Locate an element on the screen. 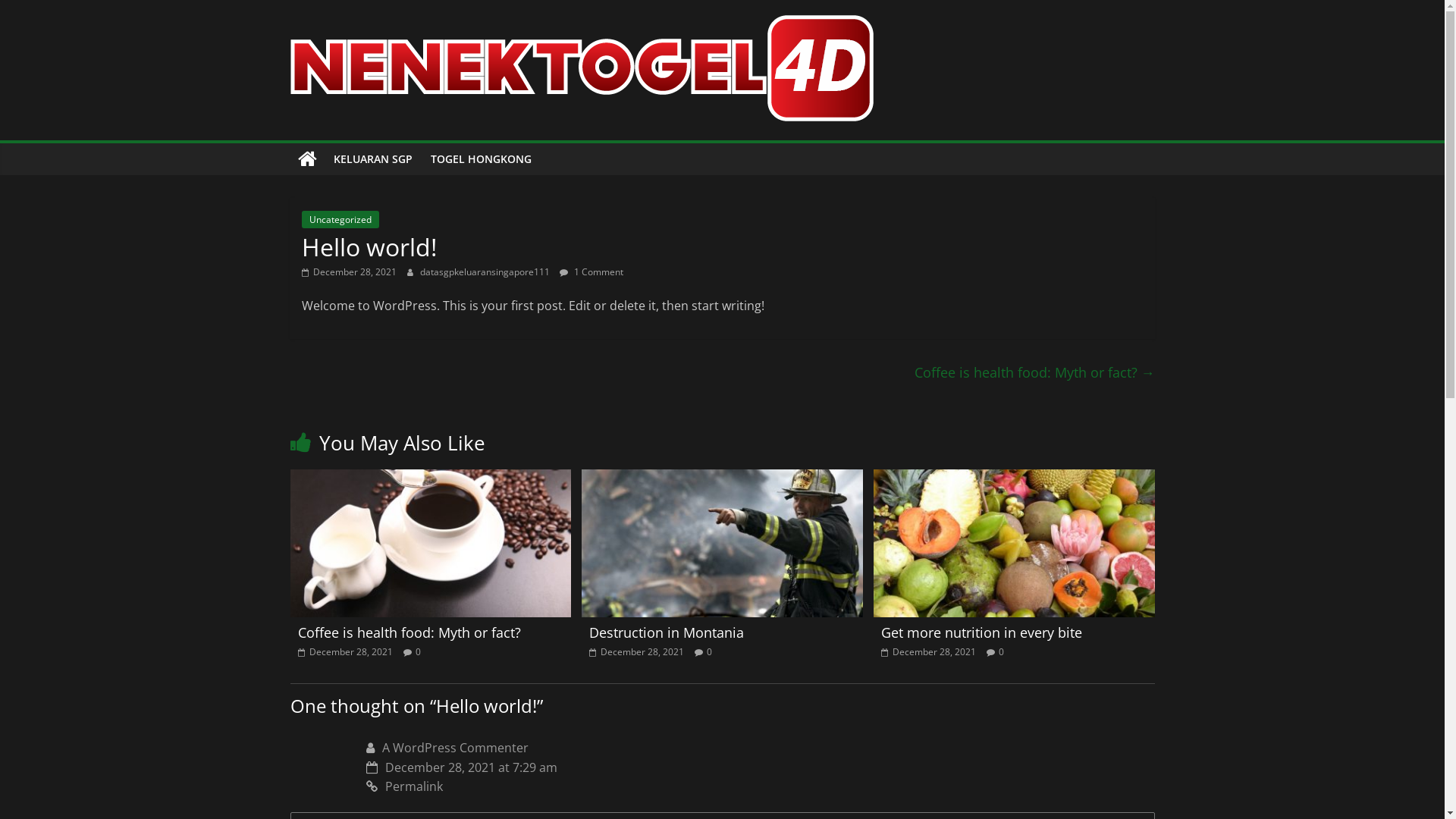 This screenshot has height=819, width=1456. 'Permalink' is located at coordinates (365, 786).